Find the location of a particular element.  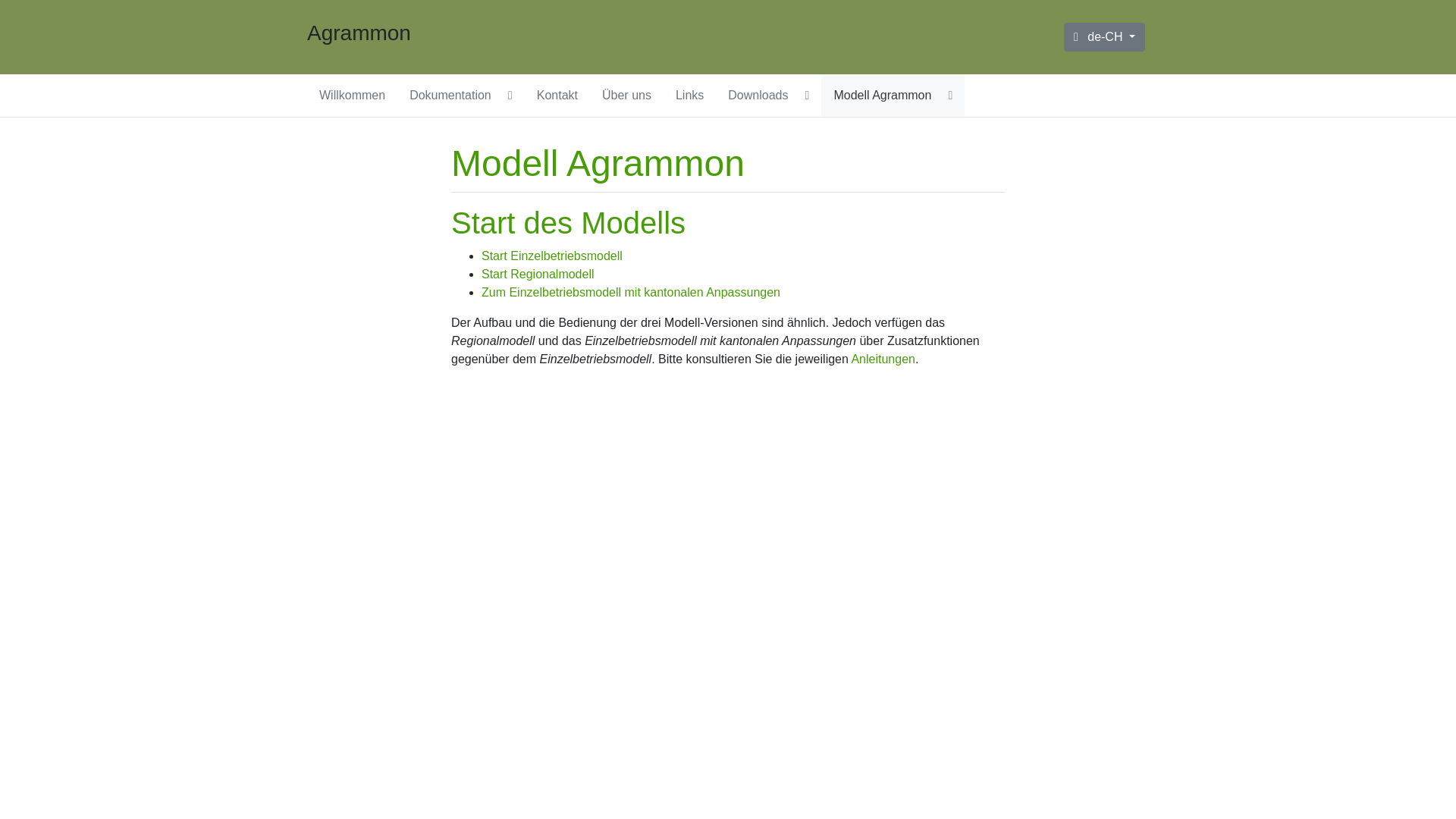

'Start Einzelbetriebsmodell' is located at coordinates (551, 255).